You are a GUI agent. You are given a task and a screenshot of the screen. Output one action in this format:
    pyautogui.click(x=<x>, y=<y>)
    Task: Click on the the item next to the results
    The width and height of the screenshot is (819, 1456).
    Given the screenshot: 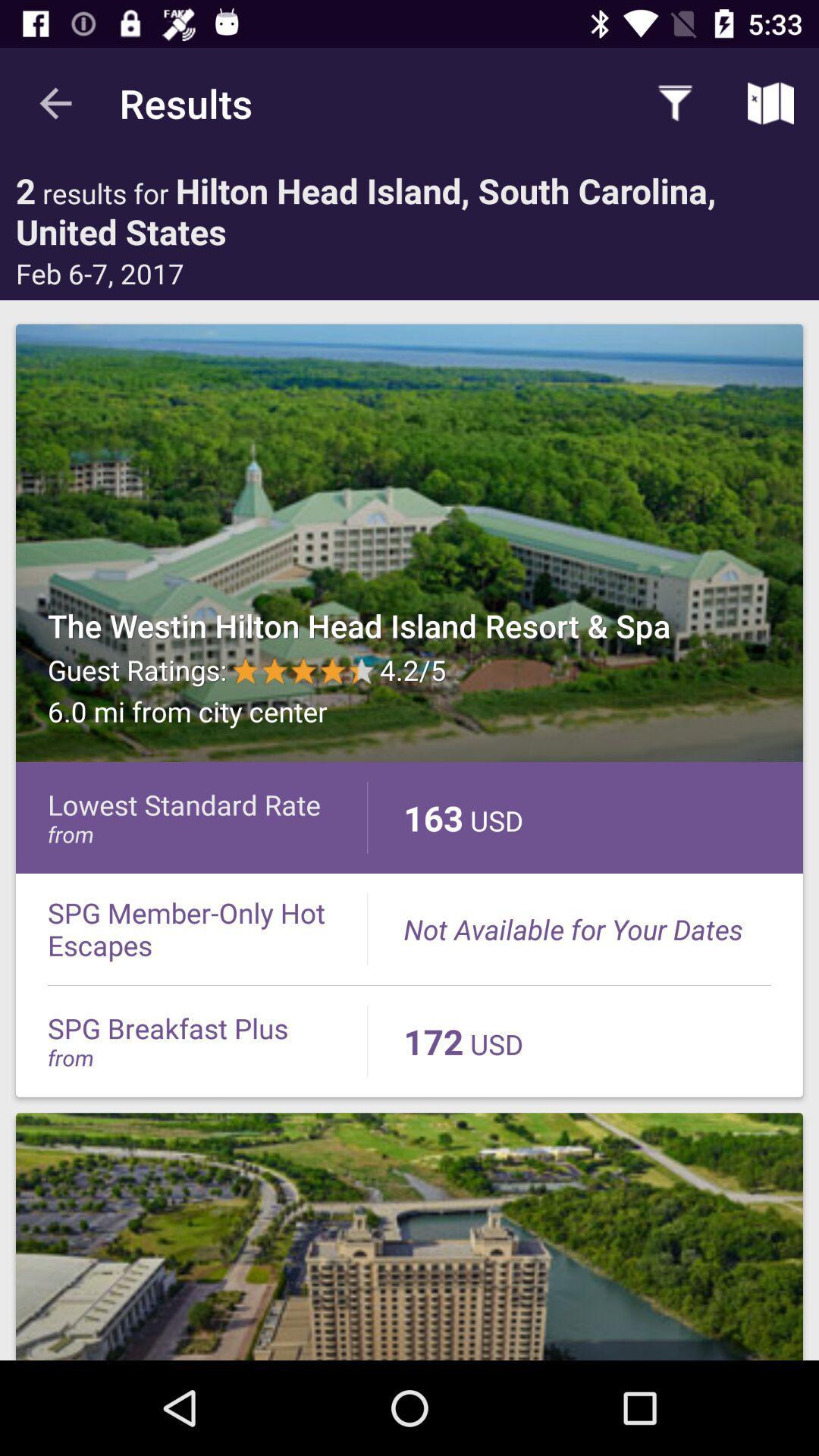 What is the action you would take?
    pyautogui.click(x=675, y=102)
    